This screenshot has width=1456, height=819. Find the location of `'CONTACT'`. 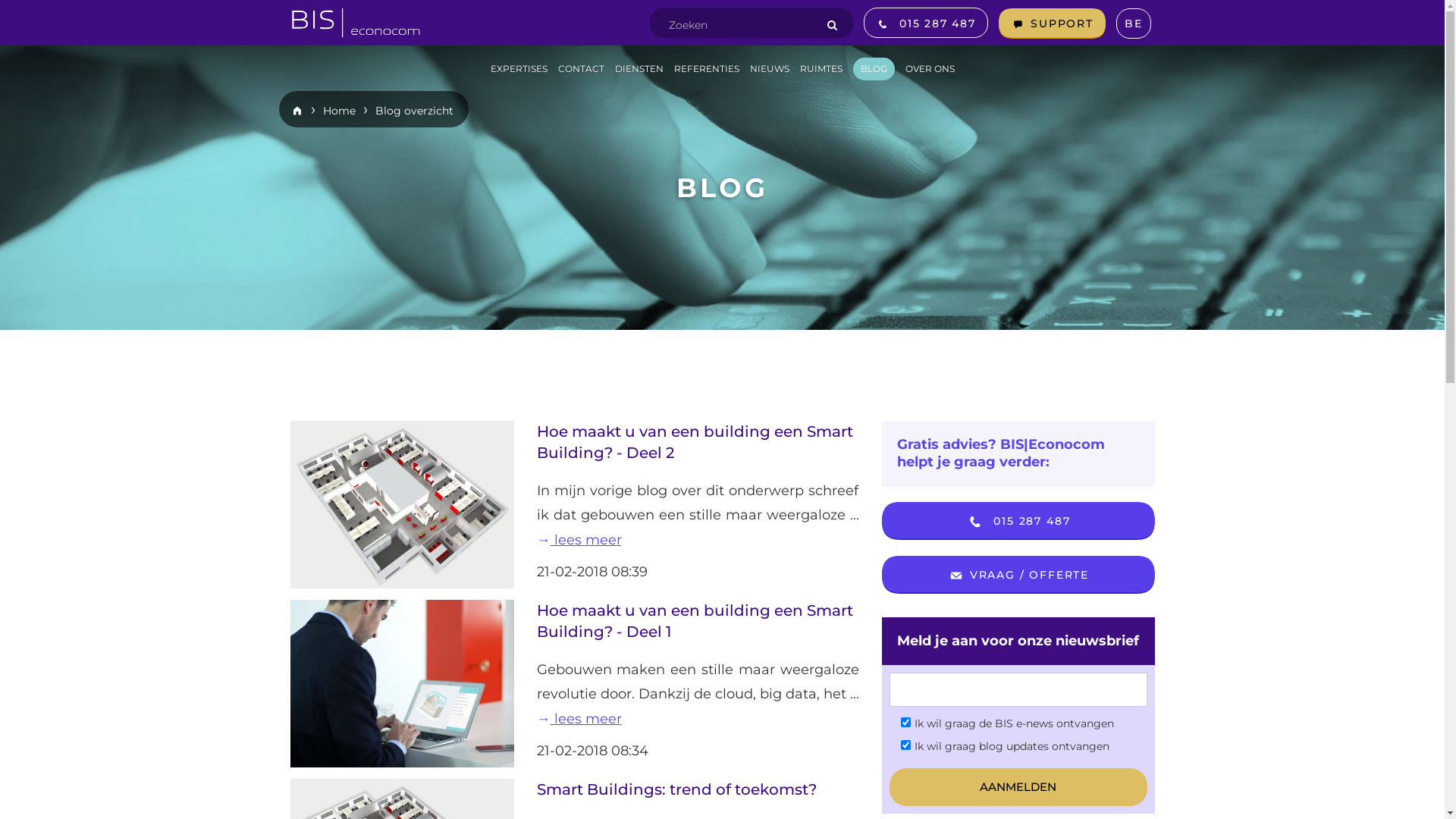

'CONTACT' is located at coordinates (580, 69).